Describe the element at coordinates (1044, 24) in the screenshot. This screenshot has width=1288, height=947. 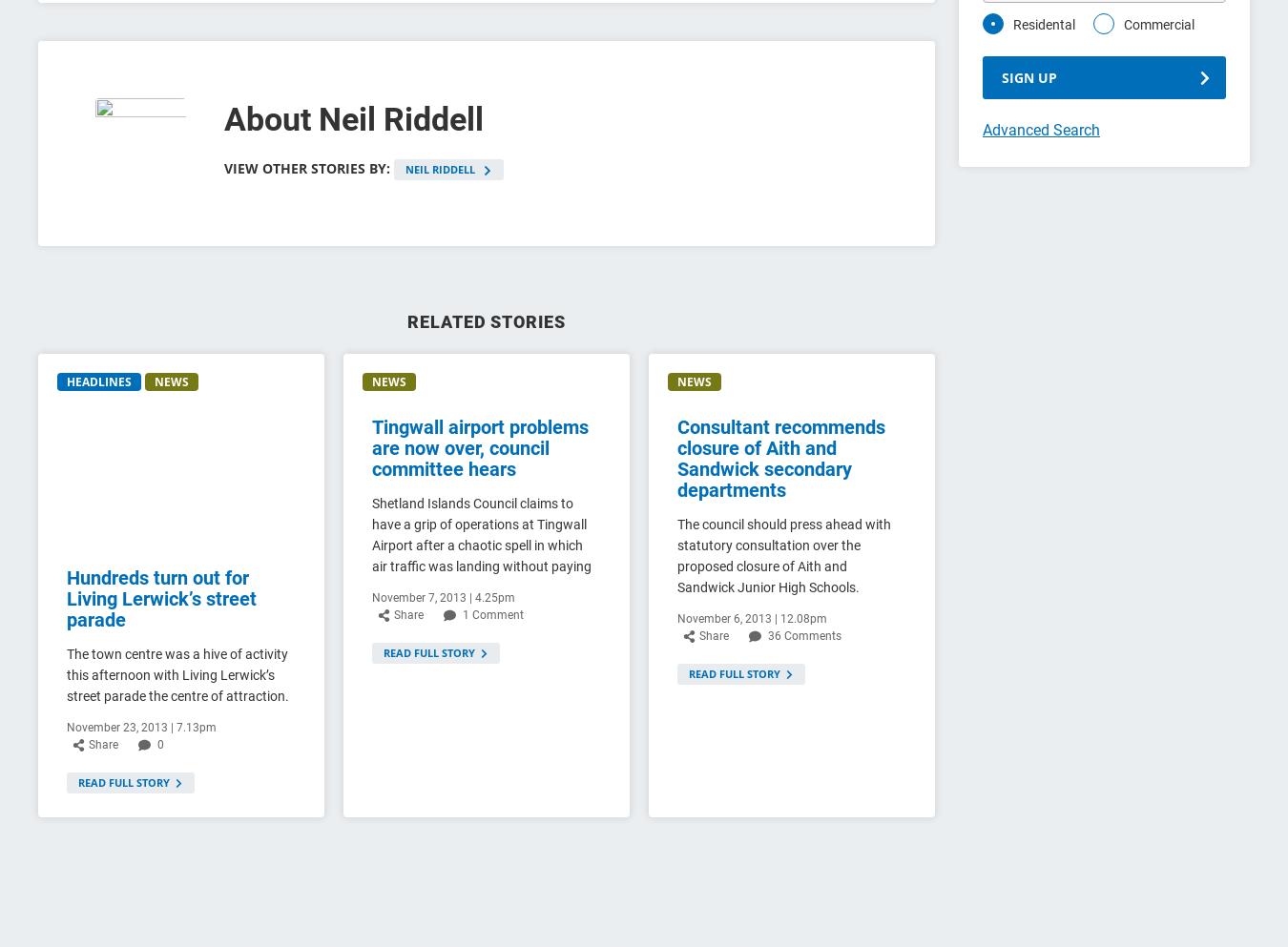
I see `'Residental'` at that location.